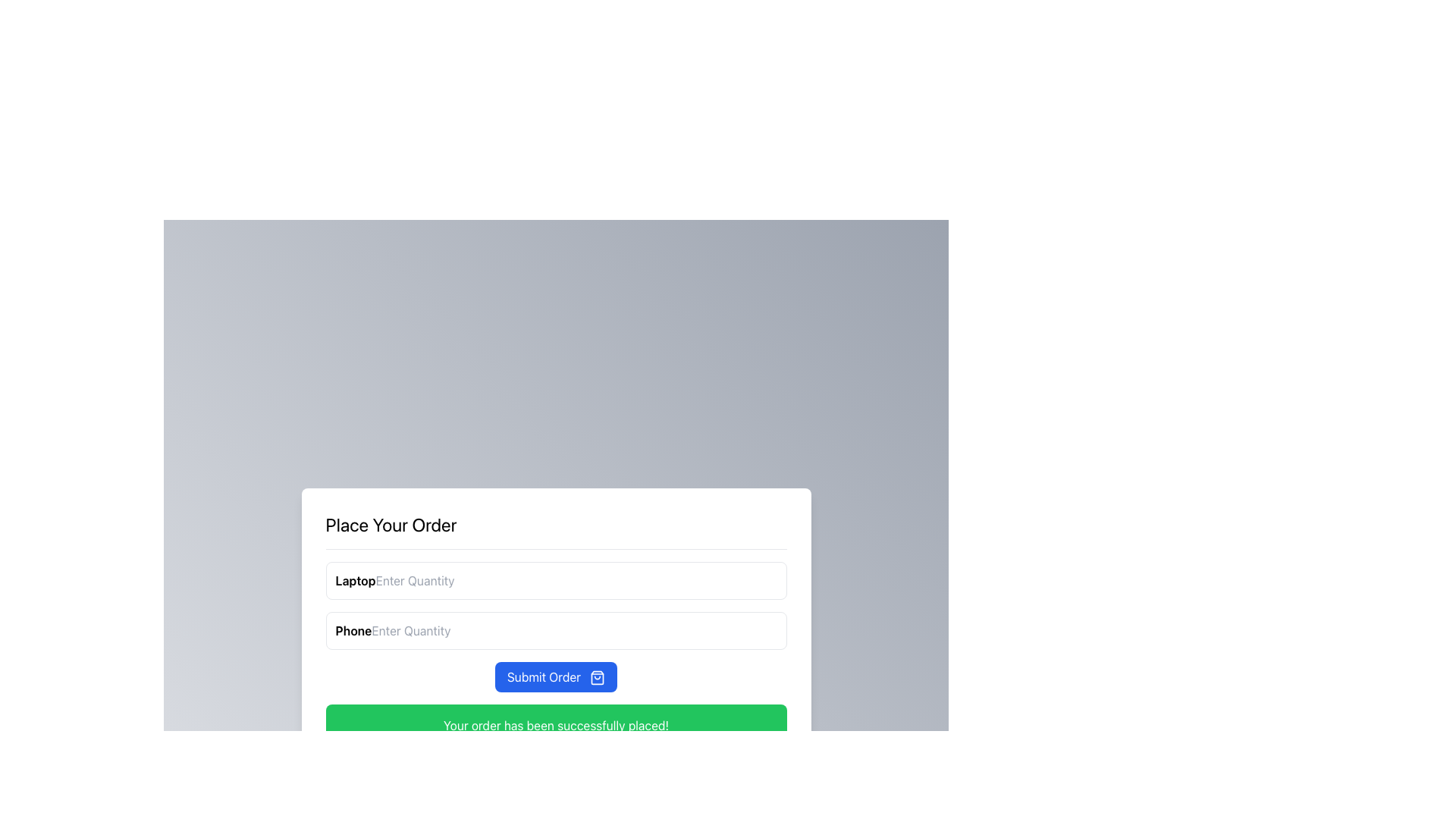 The height and width of the screenshot is (819, 1456). What do you see at coordinates (597, 677) in the screenshot?
I see `the shopping bag icon located to the right of the text within the 'Submit Order' button, which serves as a visual indicator for order submission` at bounding box center [597, 677].